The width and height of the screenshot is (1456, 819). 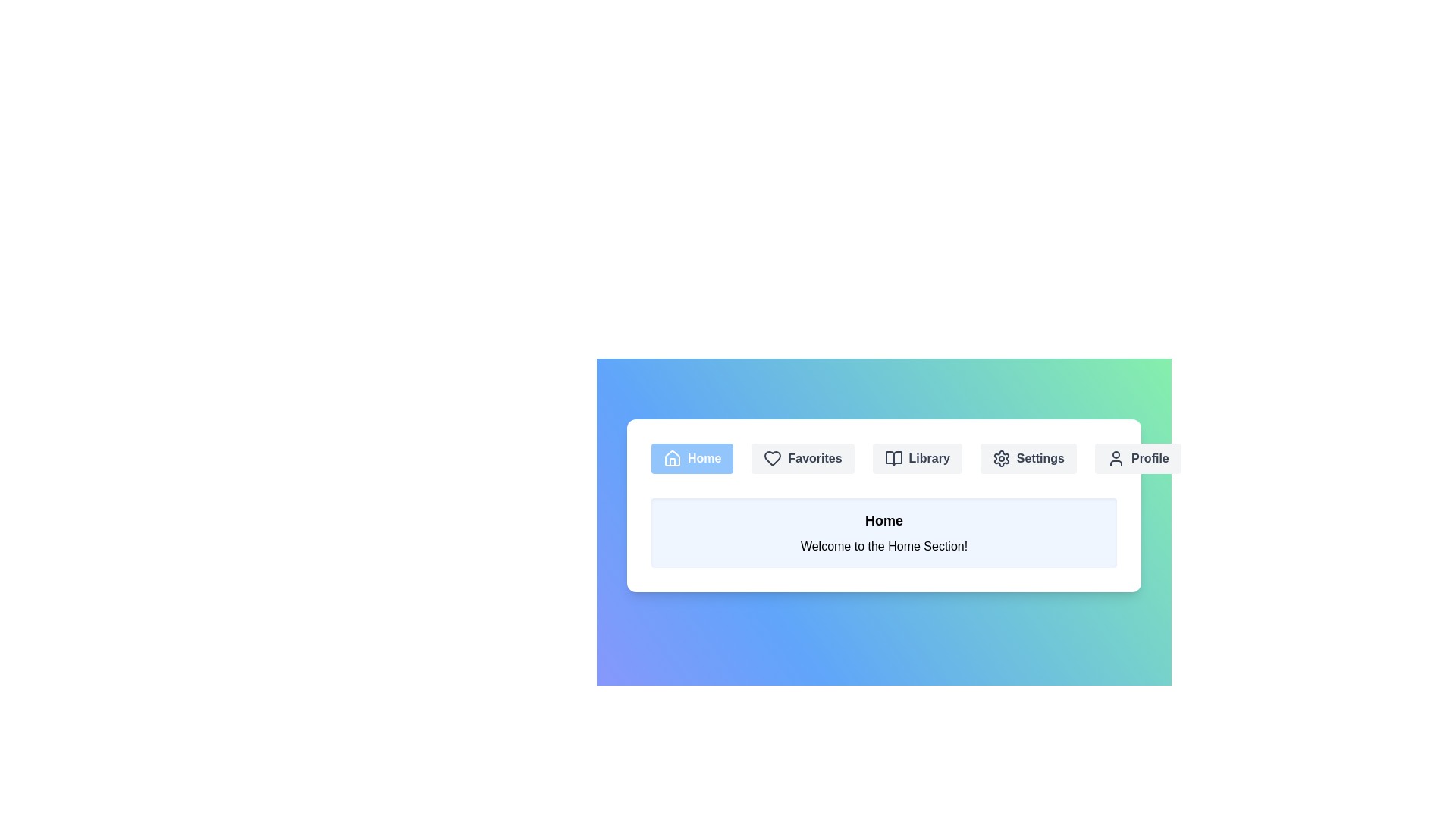 What do you see at coordinates (814, 458) in the screenshot?
I see `the 'Favorites' text label in the navigation bar, which indicates its function to navigate to the Favorites section` at bounding box center [814, 458].